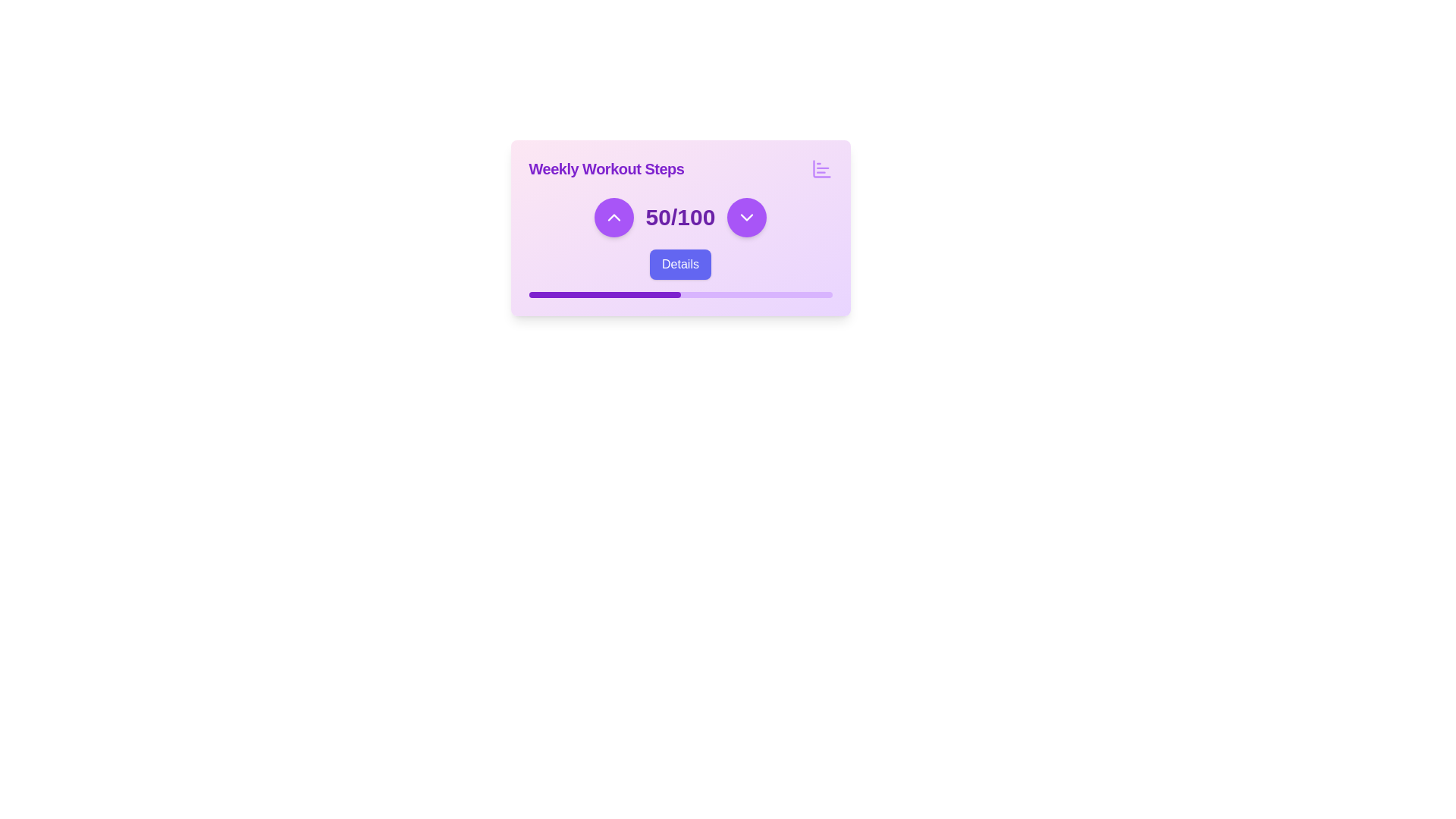  What do you see at coordinates (679, 169) in the screenshot?
I see `the label or title indicating the main context of the card for weekly workout steps, which is centered at the top of the card layout` at bounding box center [679, 169].